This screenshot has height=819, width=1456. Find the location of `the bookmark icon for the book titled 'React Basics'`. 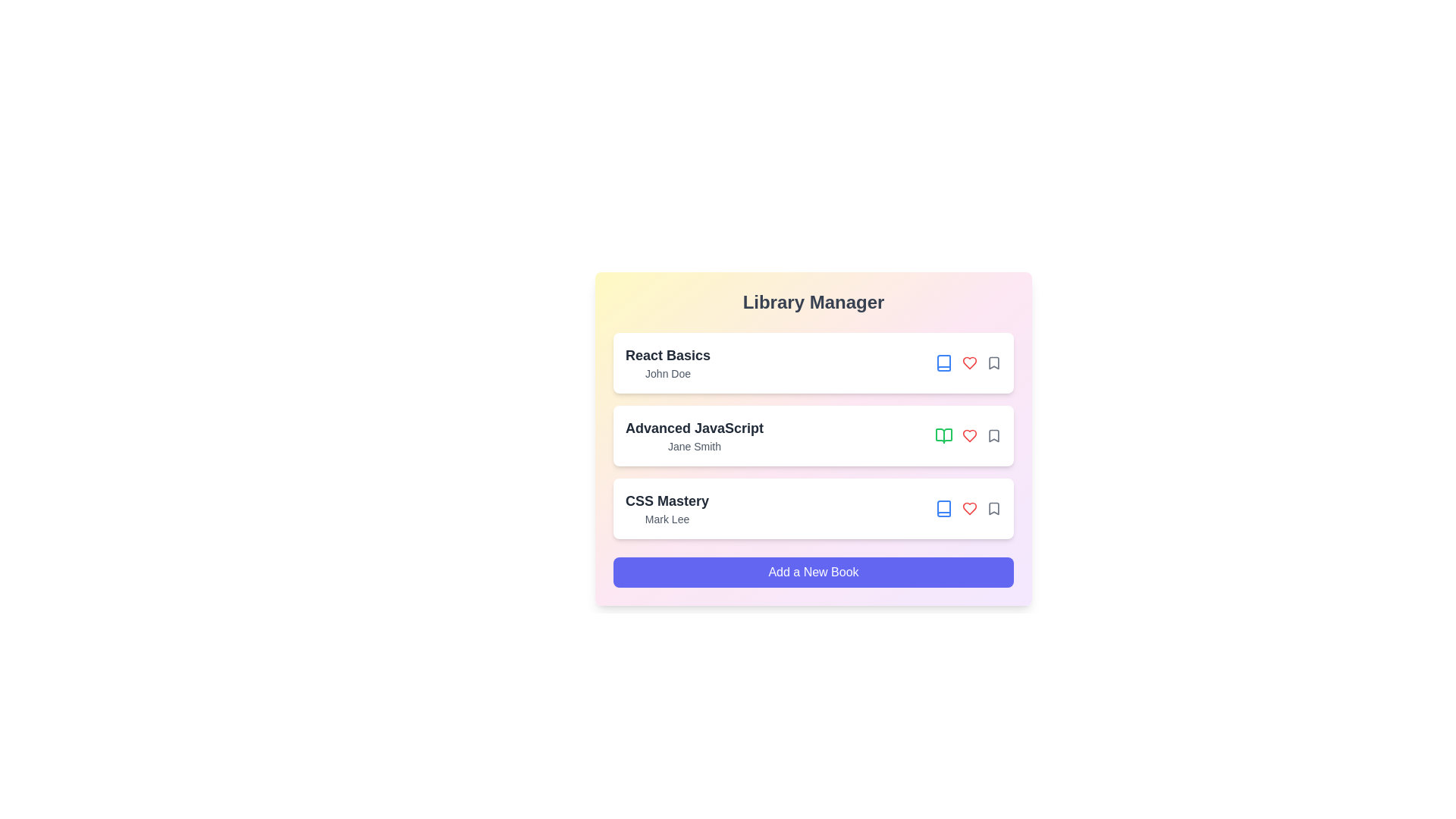

the bookmark icon for the book titled 'React Basics' is located at coordinates (993, 362).